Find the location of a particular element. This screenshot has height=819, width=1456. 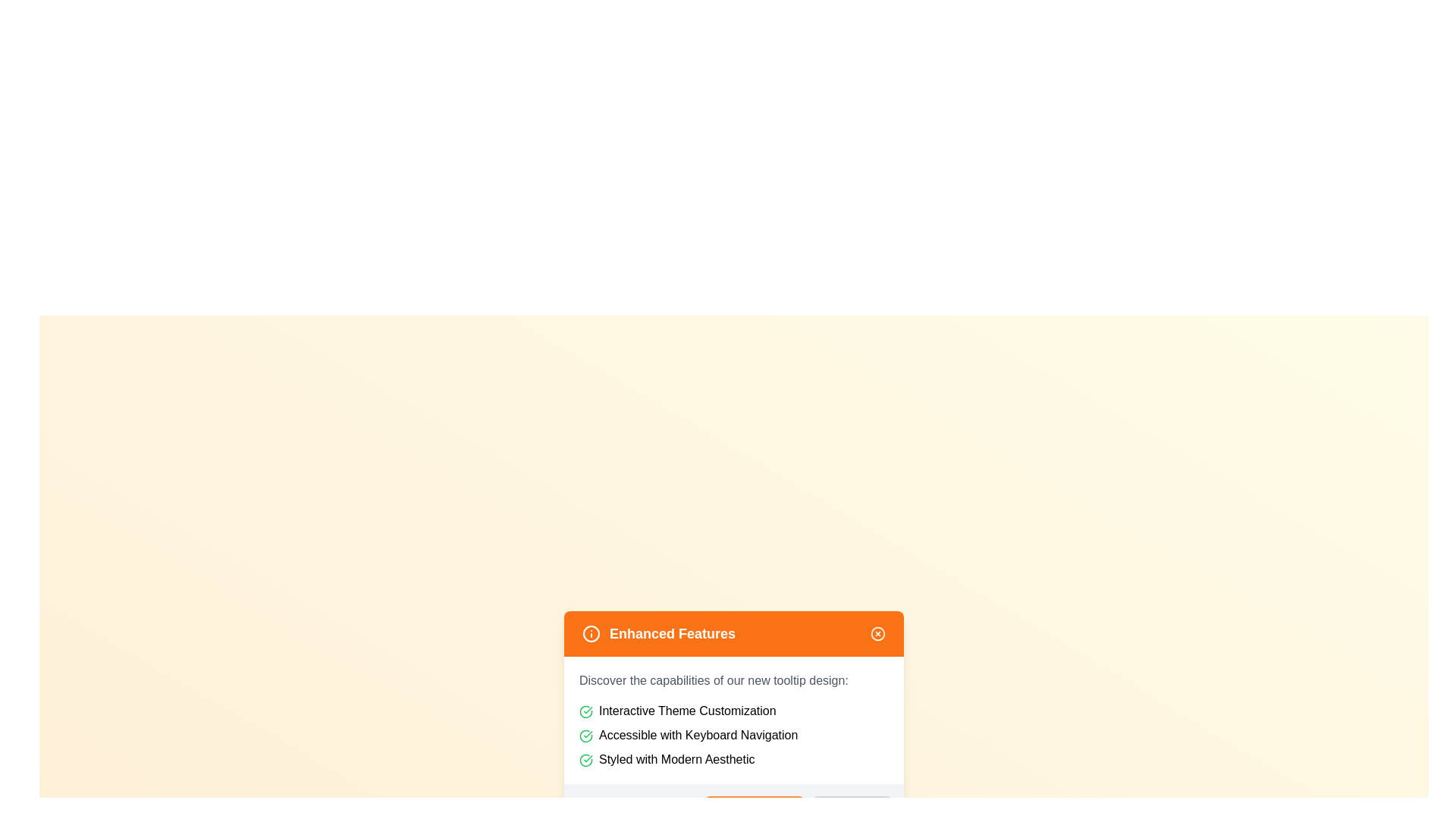

the circular icon located in the top-left corner of the orange header bar labeled 'Enhanced Features', which serves a decorative or symbolic function within the SVG graphic is located at coordinates (590, 634).